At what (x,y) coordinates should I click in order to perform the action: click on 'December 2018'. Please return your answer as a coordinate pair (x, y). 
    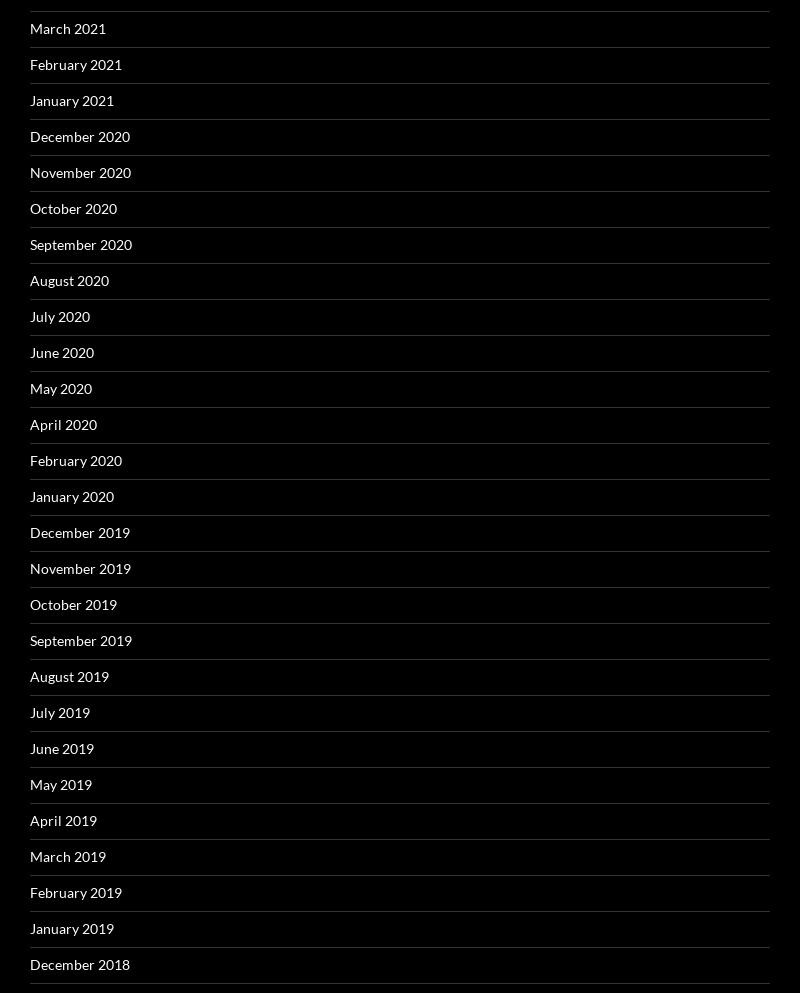
    Looking at the image, I should click on (80, 963).